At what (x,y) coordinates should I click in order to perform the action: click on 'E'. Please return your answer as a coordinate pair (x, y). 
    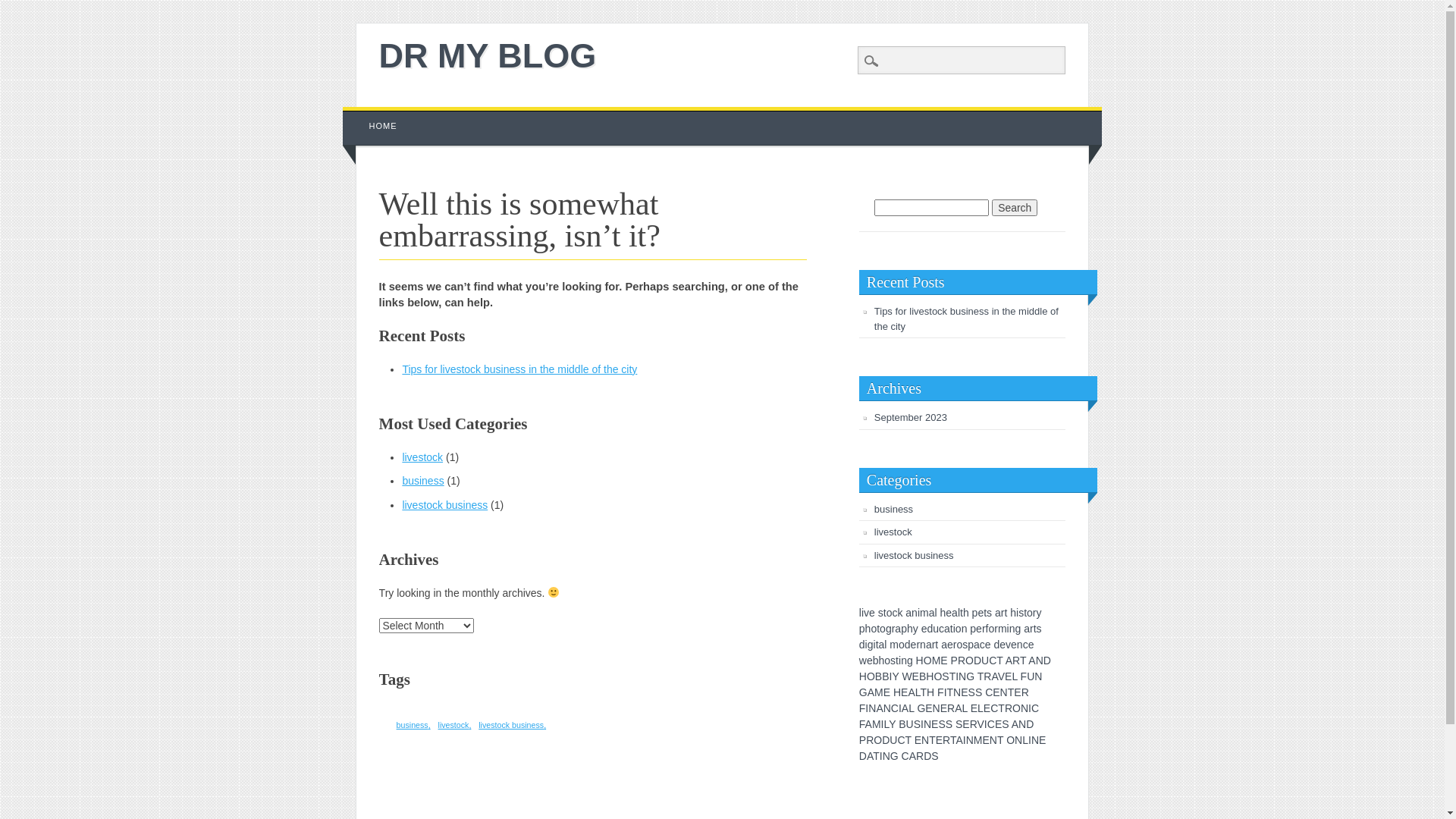
    Looking at the image, I should click on (974, 708).